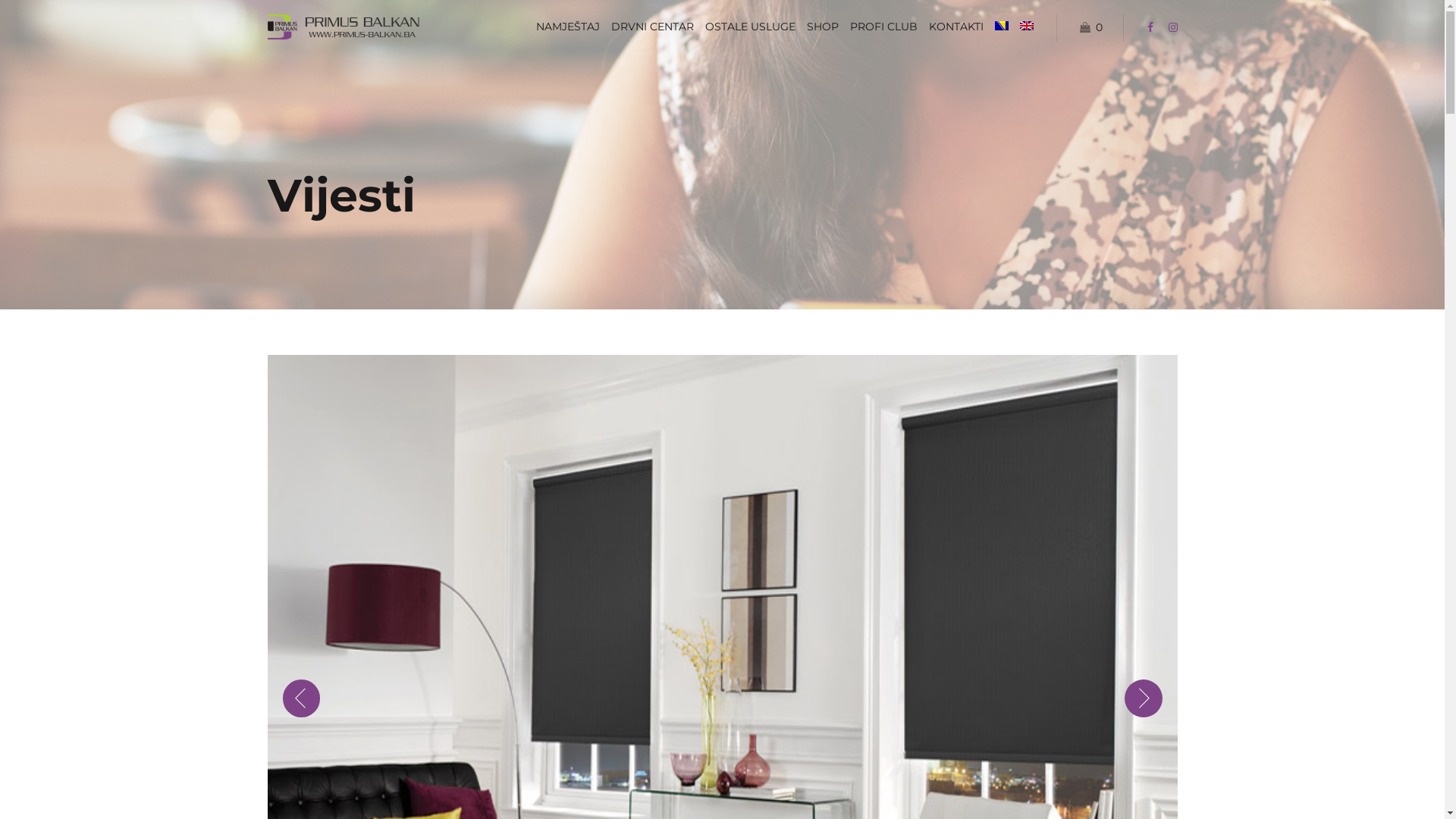 The image size is (1456, 819). What do you see at coordinates (652, 26) in the screenshot?
I see `'DRVNI CENTAR'` at bounding box center [652, 26].